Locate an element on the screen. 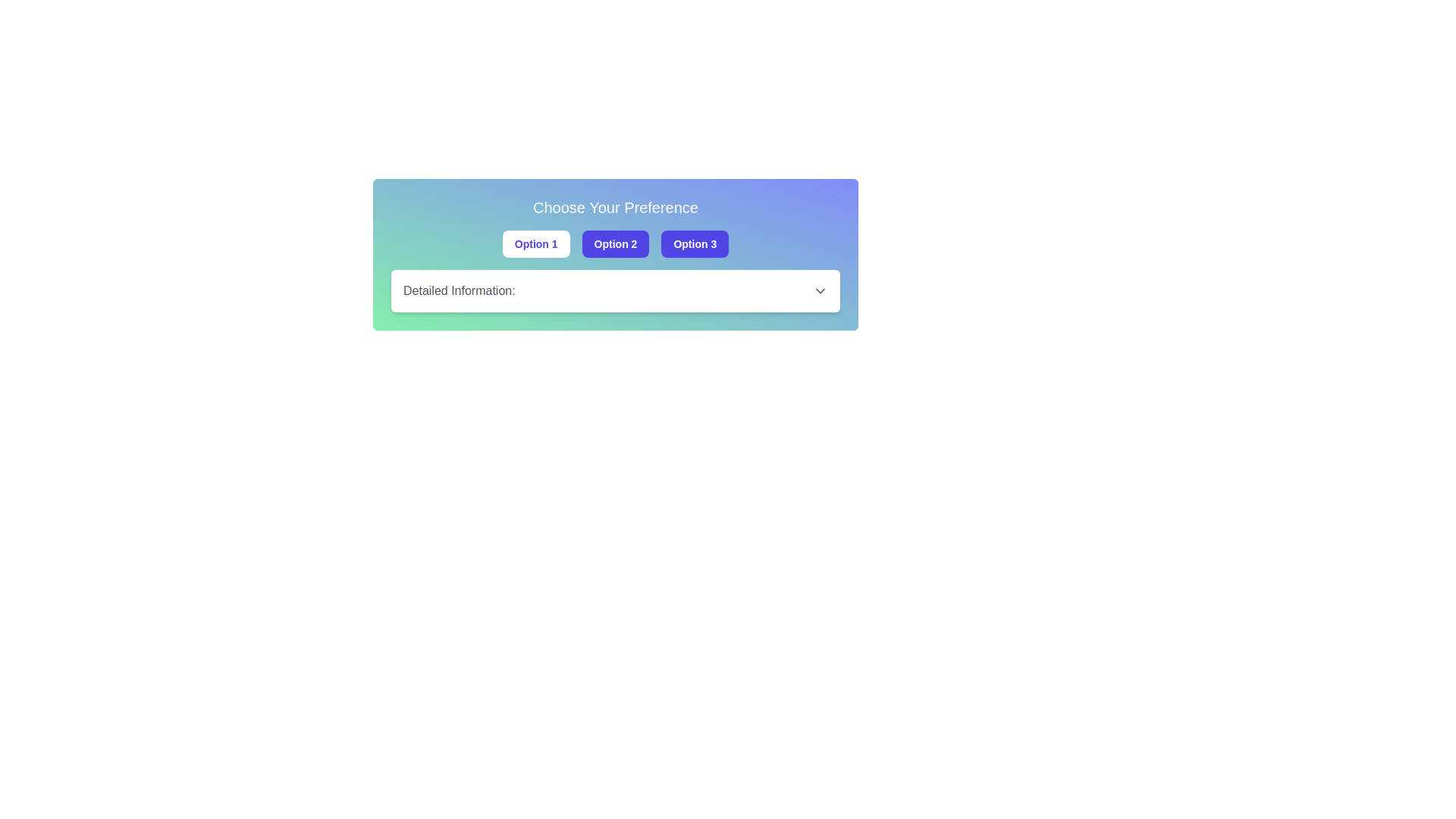  the 'Option 2' button, which is a rounded rectangular button in indigo with white bold text, positioned centrally beneath 'Choose Your Preference' is located at coordinates (615, 243).